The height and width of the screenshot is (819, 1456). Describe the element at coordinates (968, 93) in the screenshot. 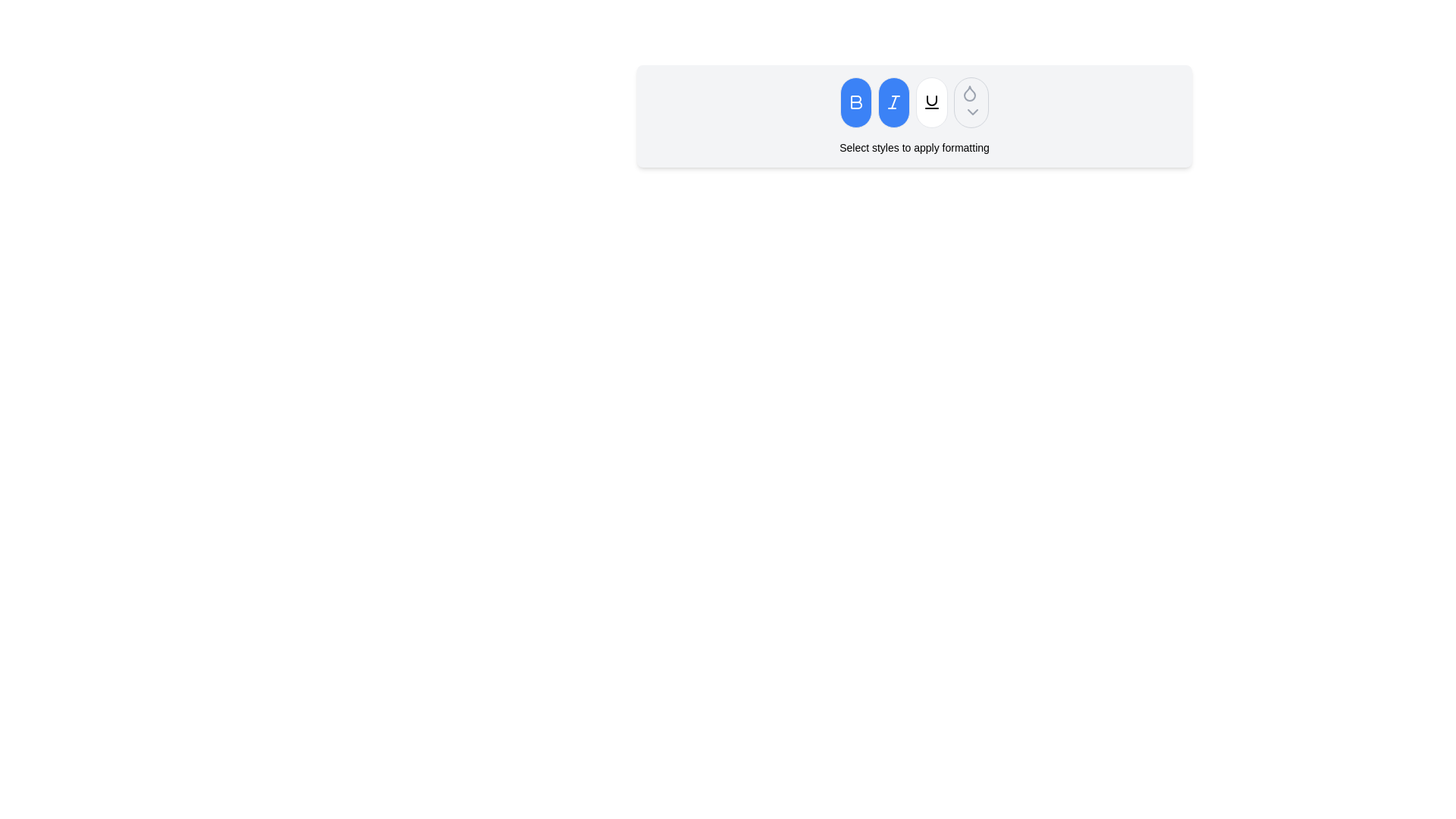

I see `the decorative water-related icon located at the center of the toolbar containing formatting options` at that location.